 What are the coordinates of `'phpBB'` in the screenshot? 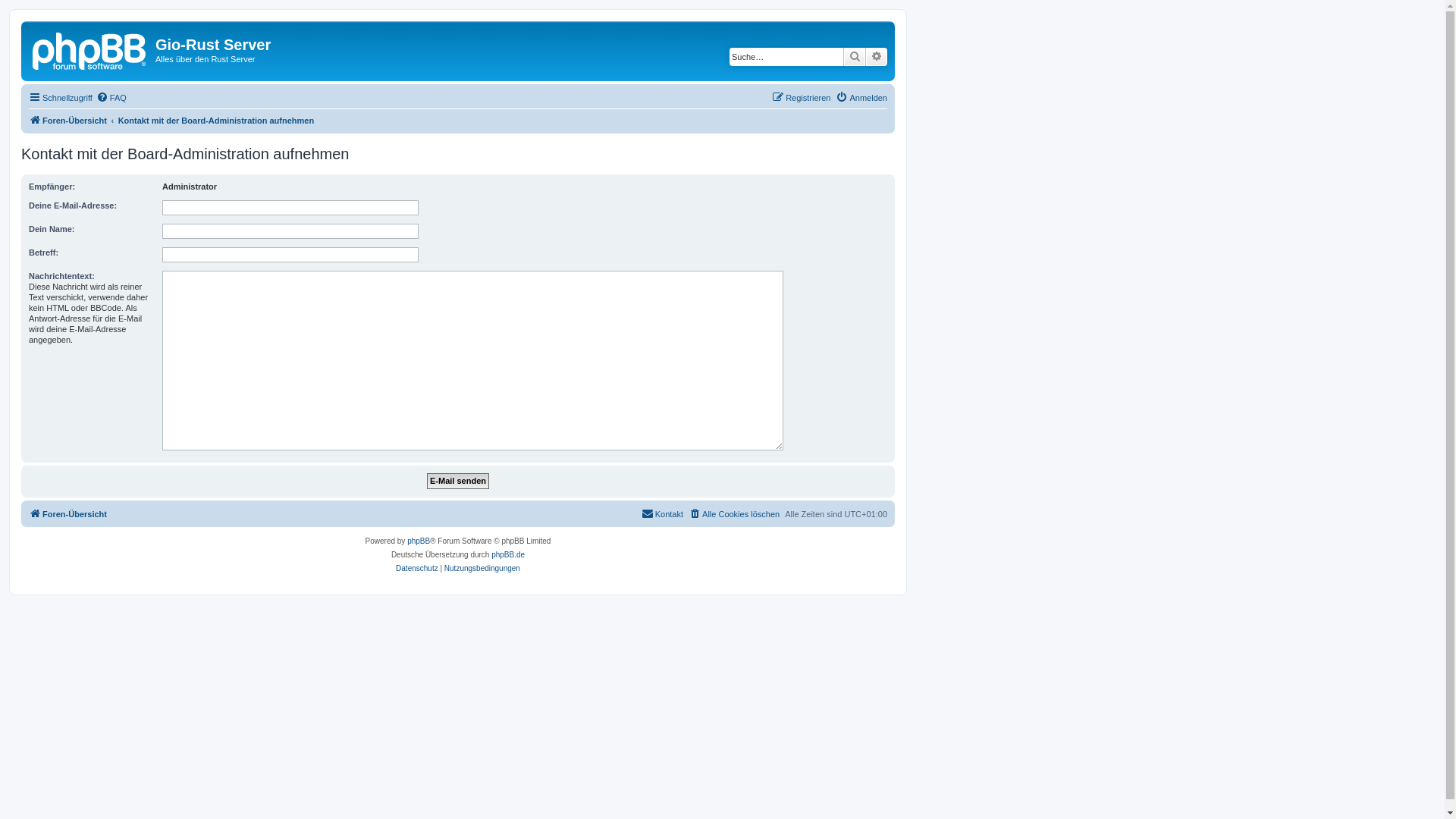 It's located at (407, 540).